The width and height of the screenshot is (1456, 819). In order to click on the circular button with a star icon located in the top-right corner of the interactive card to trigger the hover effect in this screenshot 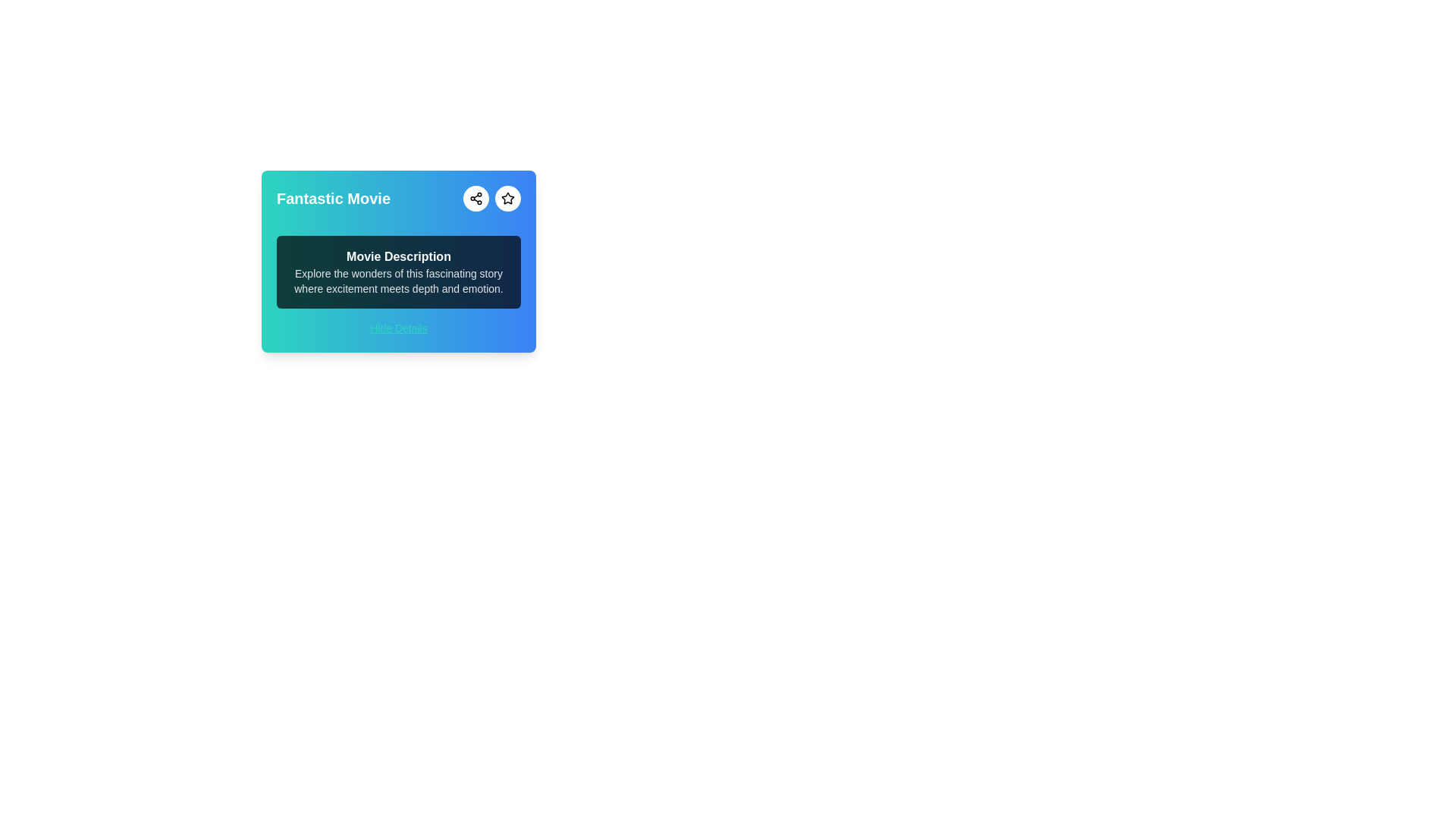, I will do `click(508, 198)`.